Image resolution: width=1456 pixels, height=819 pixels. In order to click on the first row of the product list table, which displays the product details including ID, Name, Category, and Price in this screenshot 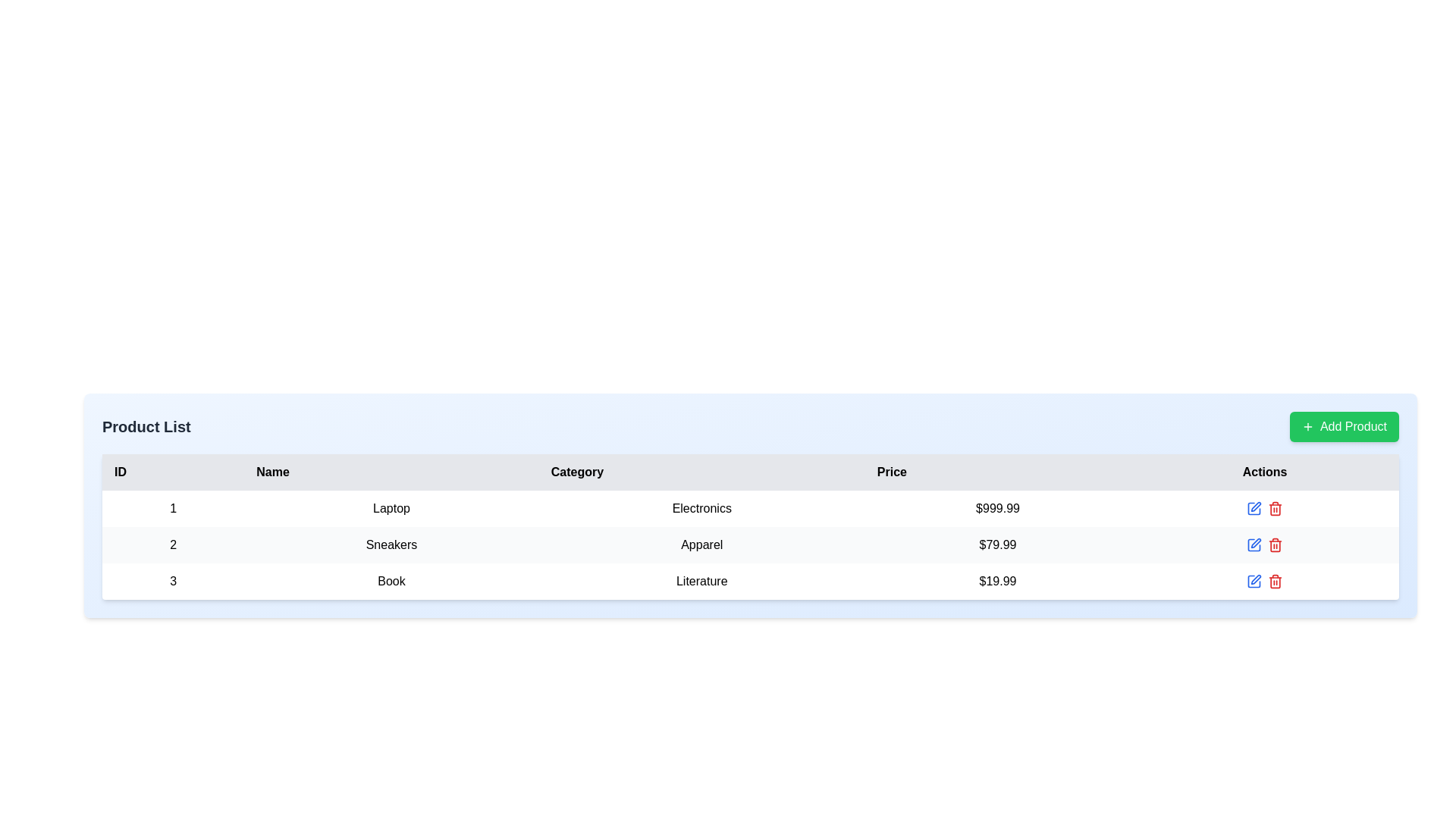, I will do `click(750, 509)`.